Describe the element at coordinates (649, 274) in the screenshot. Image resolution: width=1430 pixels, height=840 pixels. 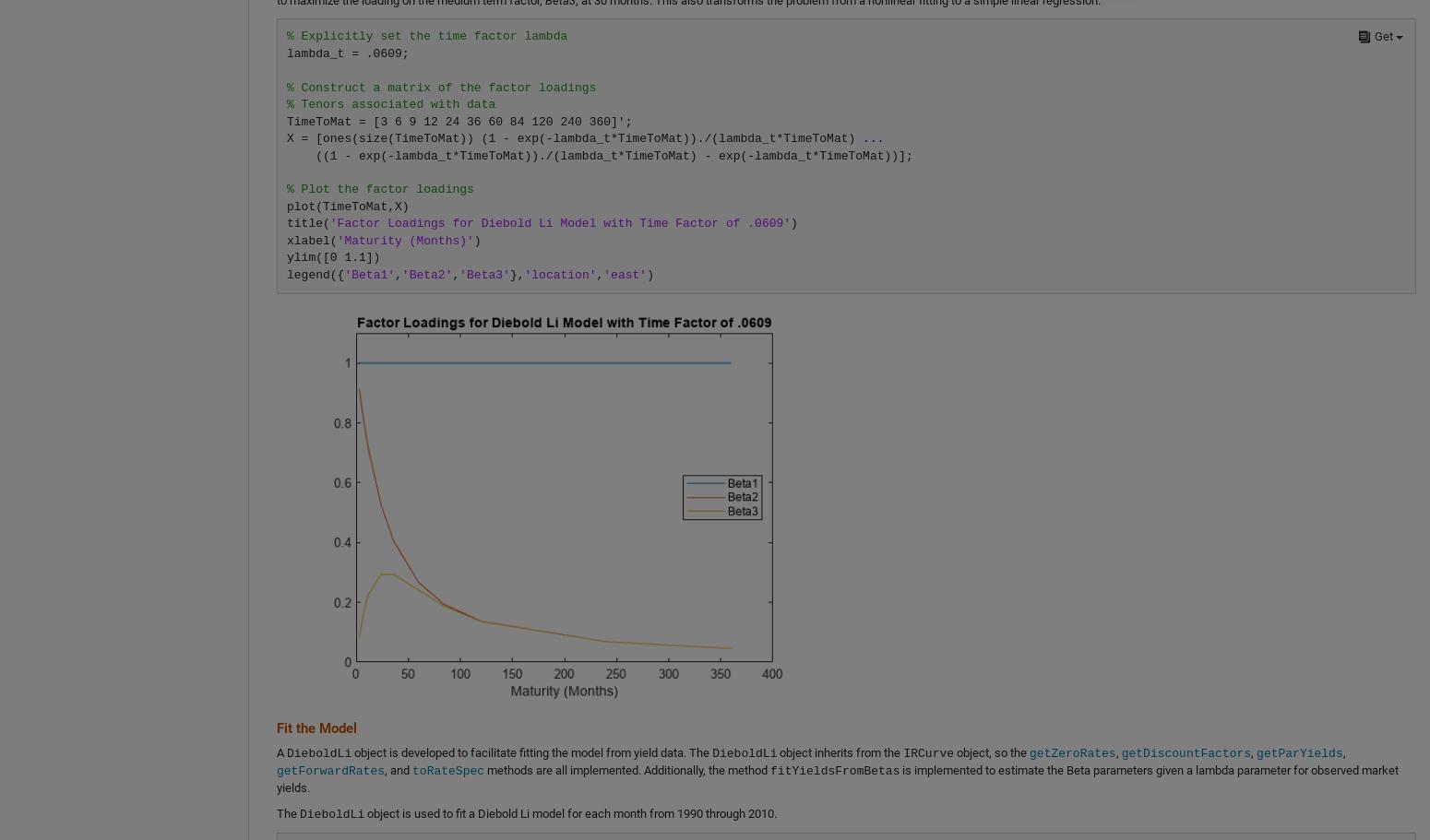
I see `')'` at that location.